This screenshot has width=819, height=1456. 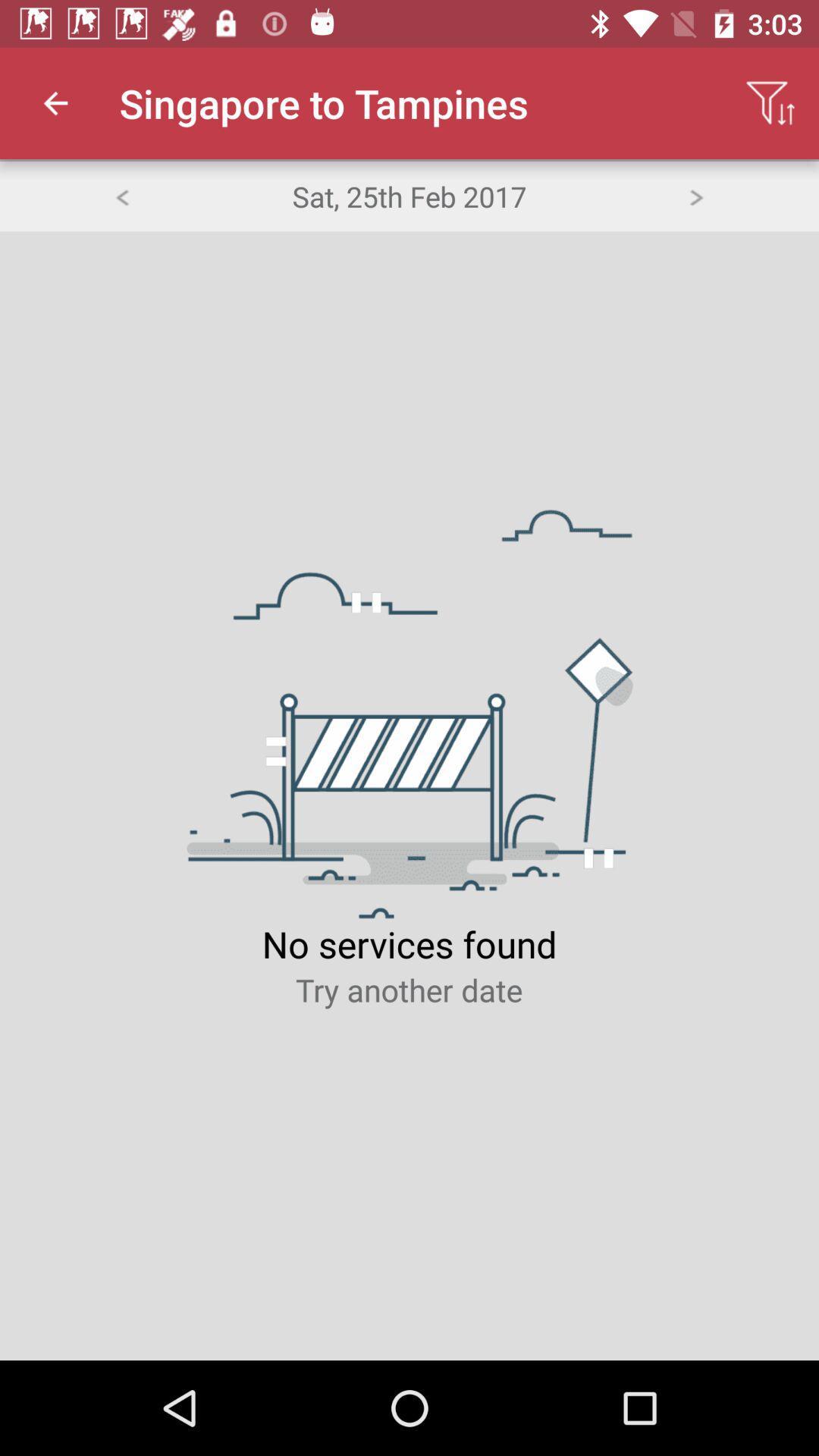 I want to click on item next to the sat 25th feb, so click(x=696, y=195).